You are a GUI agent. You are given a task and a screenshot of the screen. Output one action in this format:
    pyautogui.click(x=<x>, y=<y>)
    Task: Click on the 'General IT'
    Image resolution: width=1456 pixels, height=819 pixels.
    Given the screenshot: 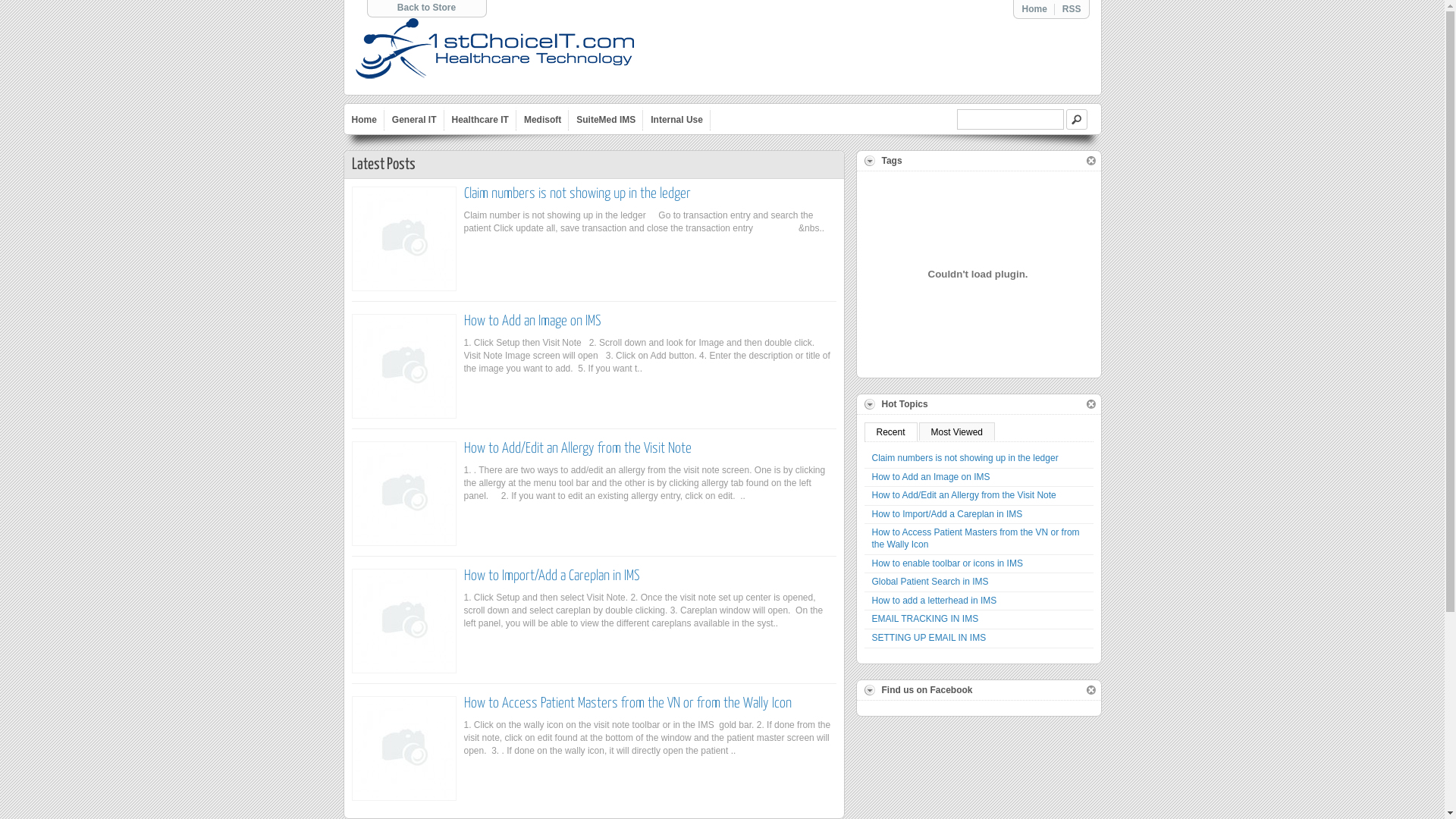 What is the action you would take?
    pyautogui.click(x=414, y=118)
    